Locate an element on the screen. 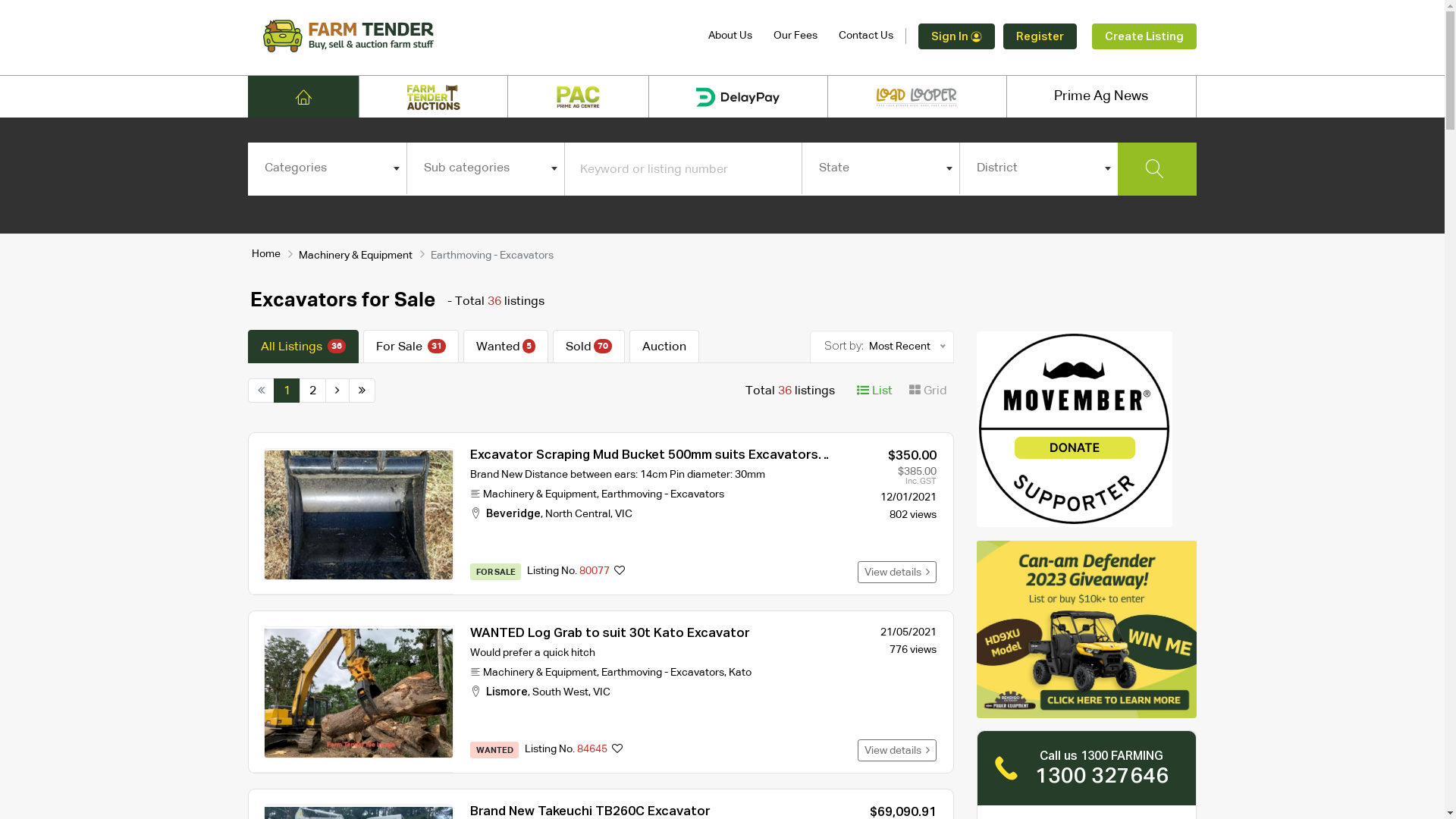 This screenshot has width=1456, height=819. 'Register' is located at coordinates (1039, 36).